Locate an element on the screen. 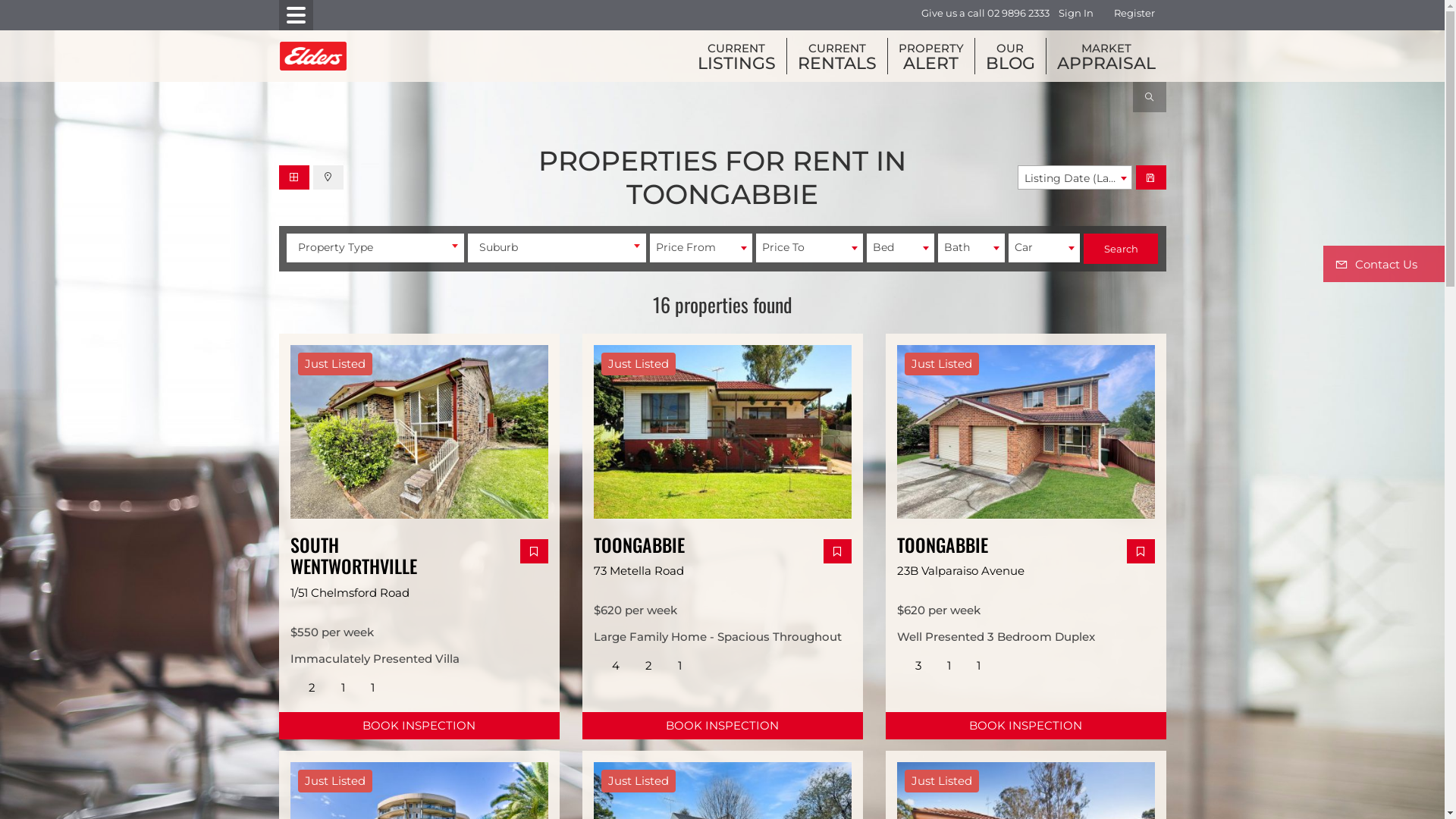 The image size is (1456, 819). 'Well Presented 3 Bedroom Duplex' is located at coordinates (995, 636).